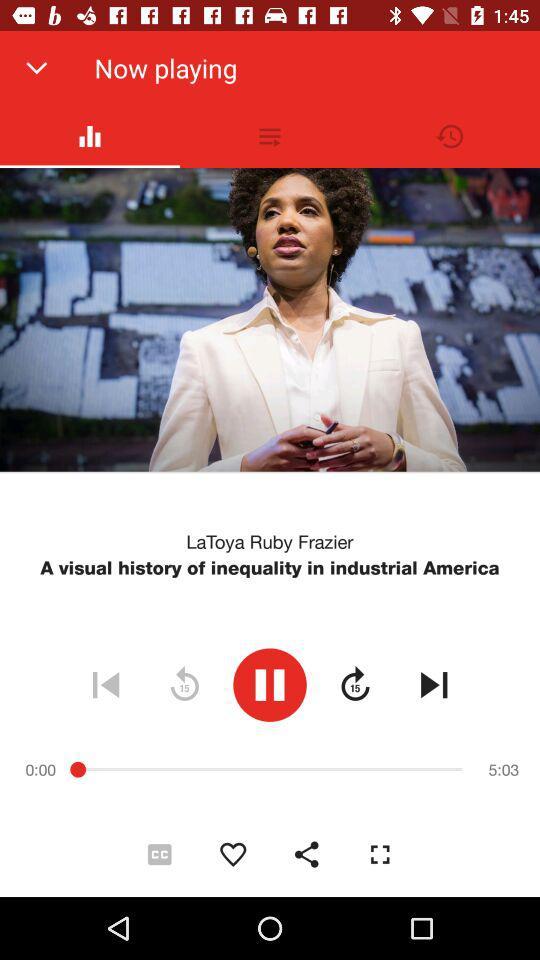 The image size is (540, 960). Describe the element at coordinates (105, 684) in the screenshot. I see `the icon below the a visual history icon` at that location.